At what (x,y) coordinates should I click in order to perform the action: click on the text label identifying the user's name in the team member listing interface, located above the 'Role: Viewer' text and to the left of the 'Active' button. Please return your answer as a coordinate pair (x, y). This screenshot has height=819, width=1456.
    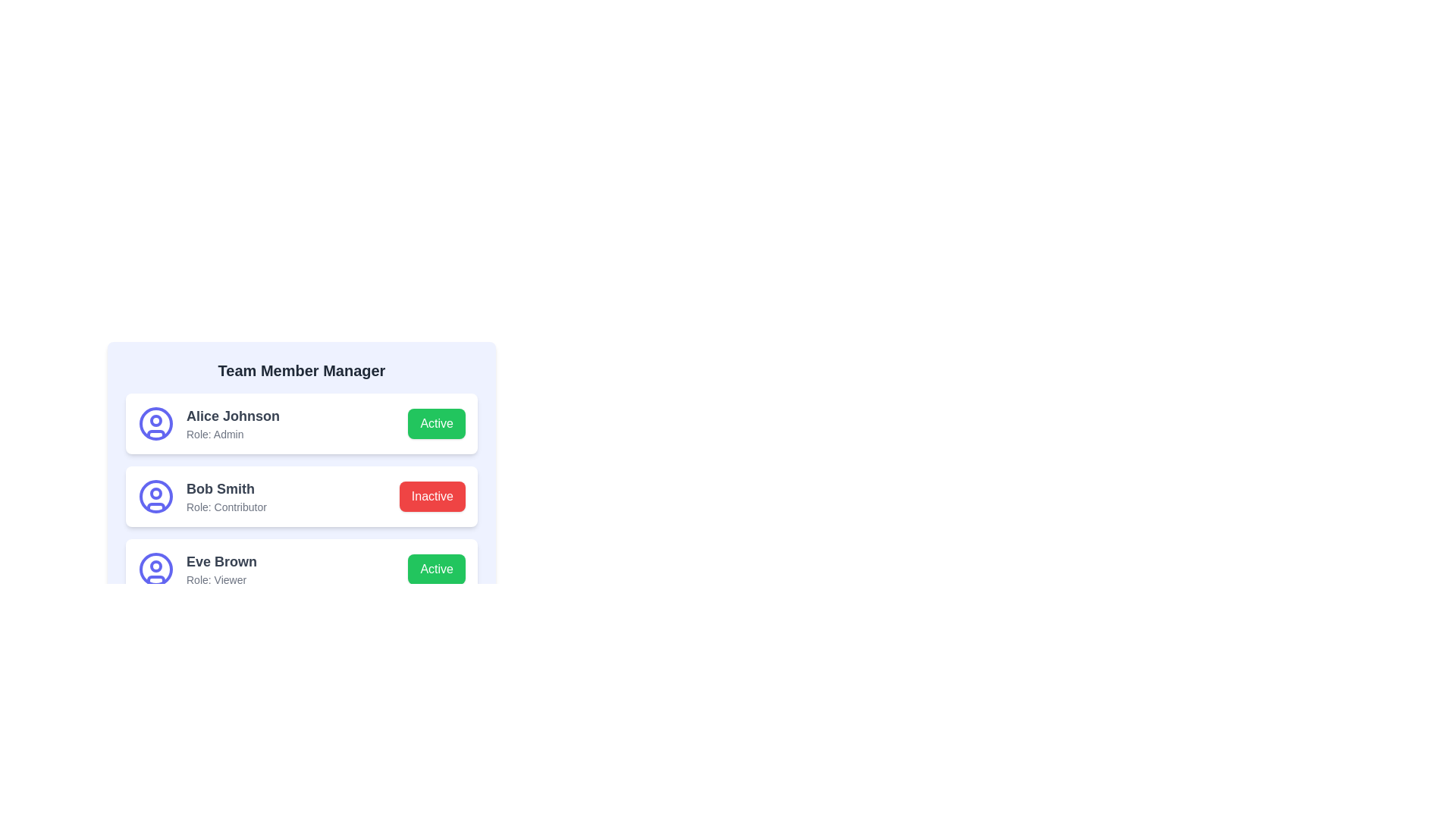
    Looking at the image, I should click on (221, 561).